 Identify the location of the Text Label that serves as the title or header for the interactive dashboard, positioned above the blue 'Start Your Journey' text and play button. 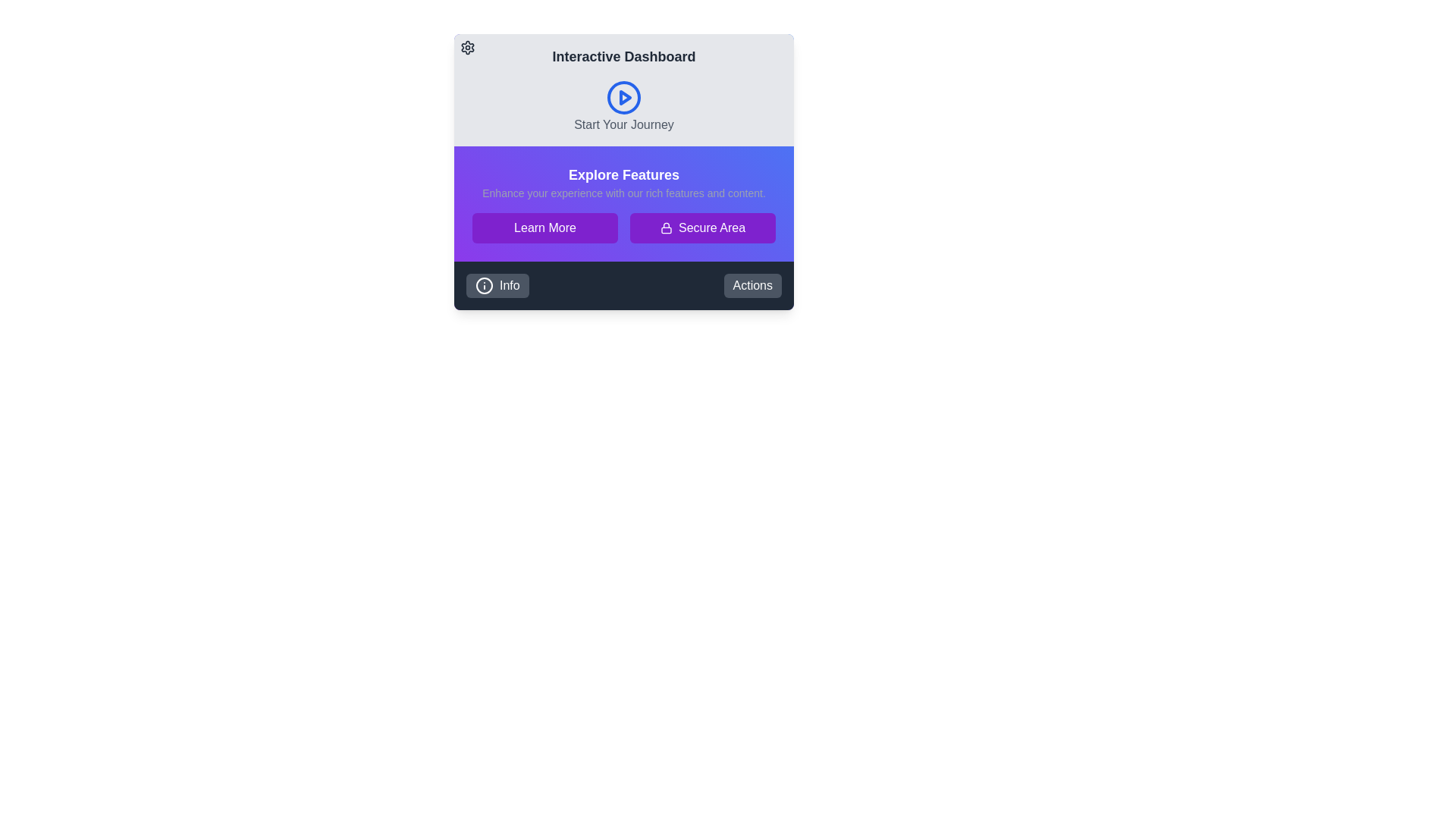
(623, 55).